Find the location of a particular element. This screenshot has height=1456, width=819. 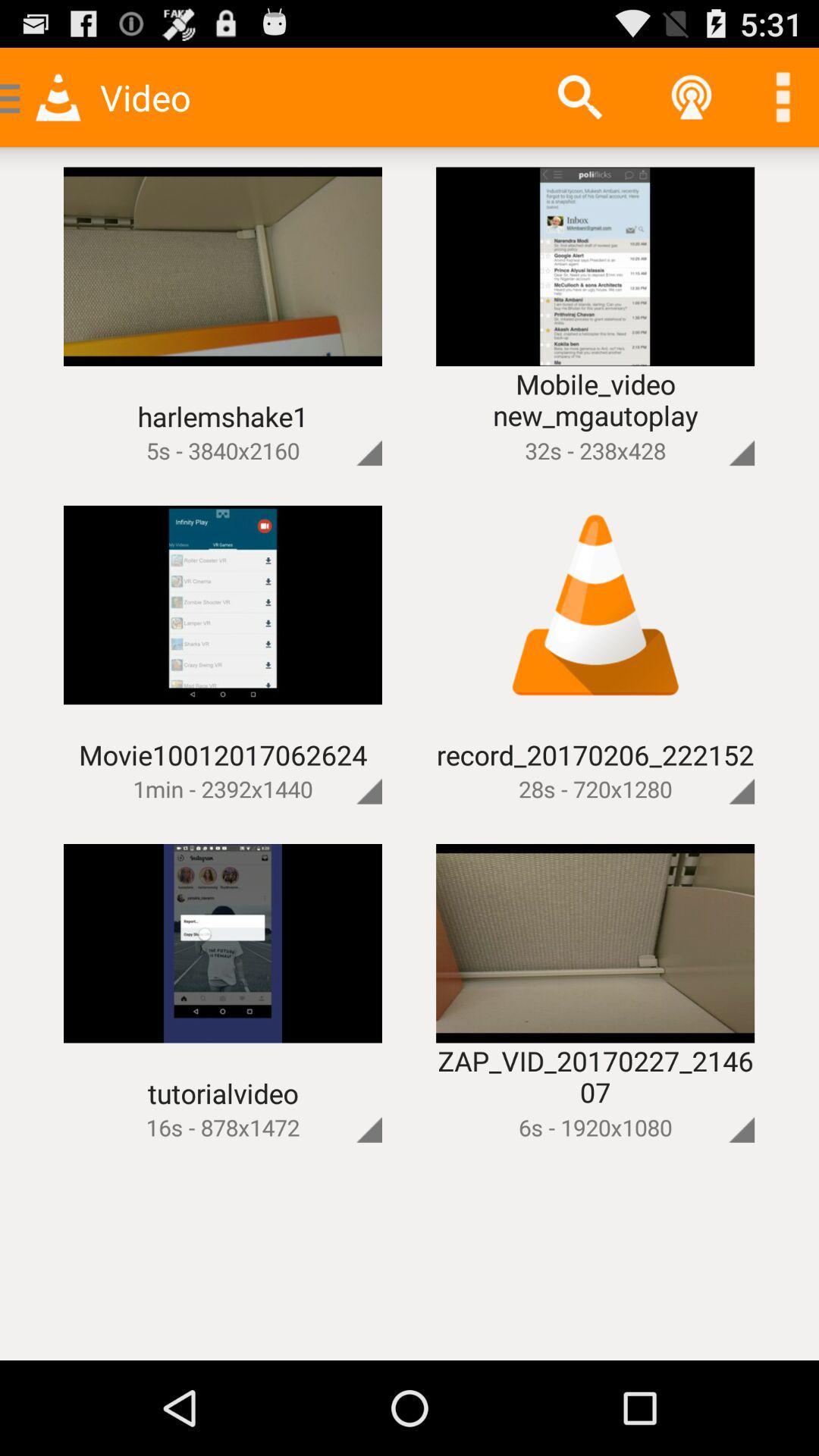

make bigger is located at coordinates (716, 1104).